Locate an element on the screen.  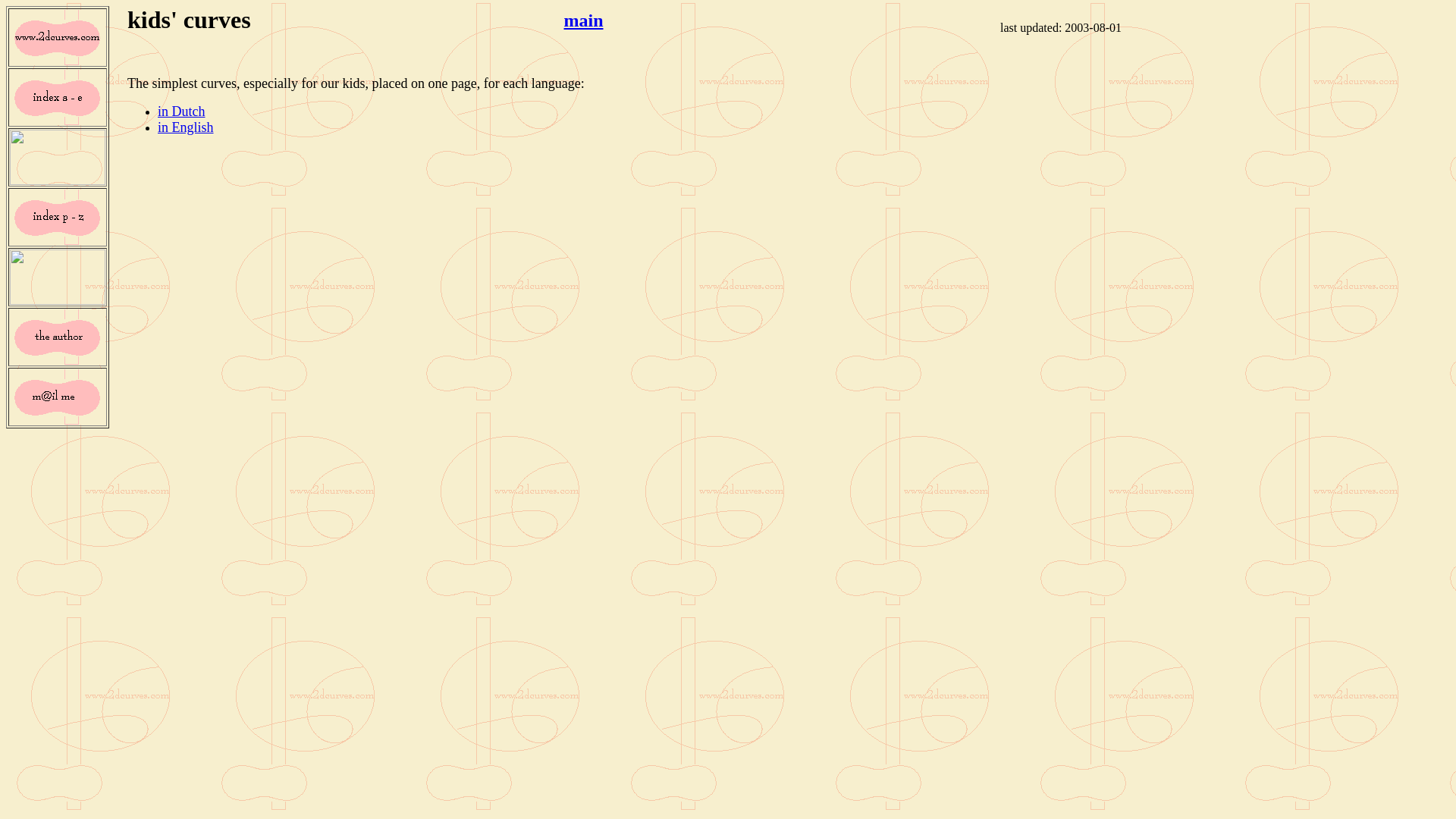
'main' is located at coordinates (582, 20).